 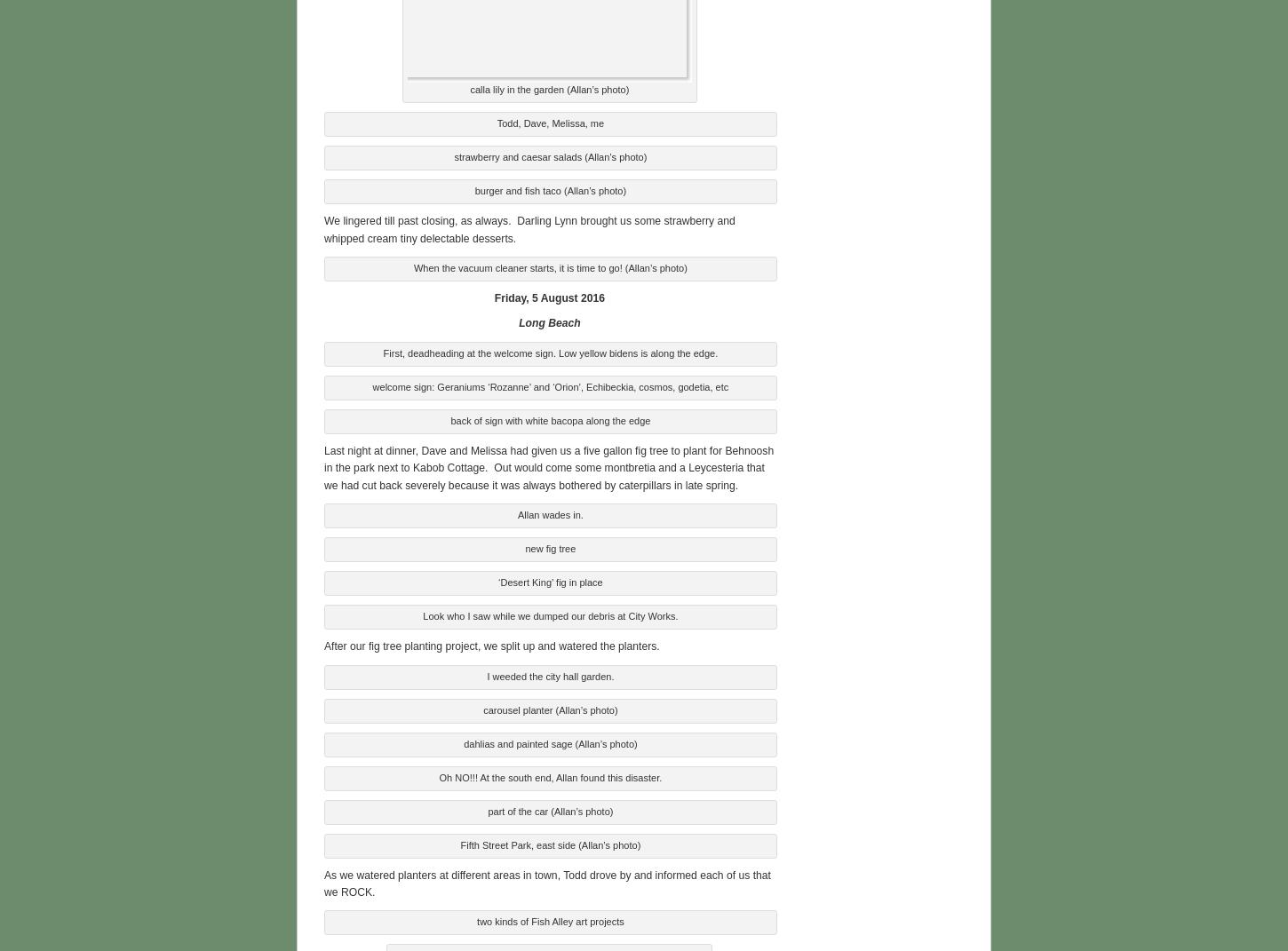 I want to click on 'Last night at dinner, Dave and Melissa had given us a five gallon fig tree to plant for Behnoosh in the park next to Kabob Cottage.  Out would come some montbretia and a Leycesteria that we had cut back severely because it was always bothered by caterpillars in late spring.', so click(x=547, y=464).